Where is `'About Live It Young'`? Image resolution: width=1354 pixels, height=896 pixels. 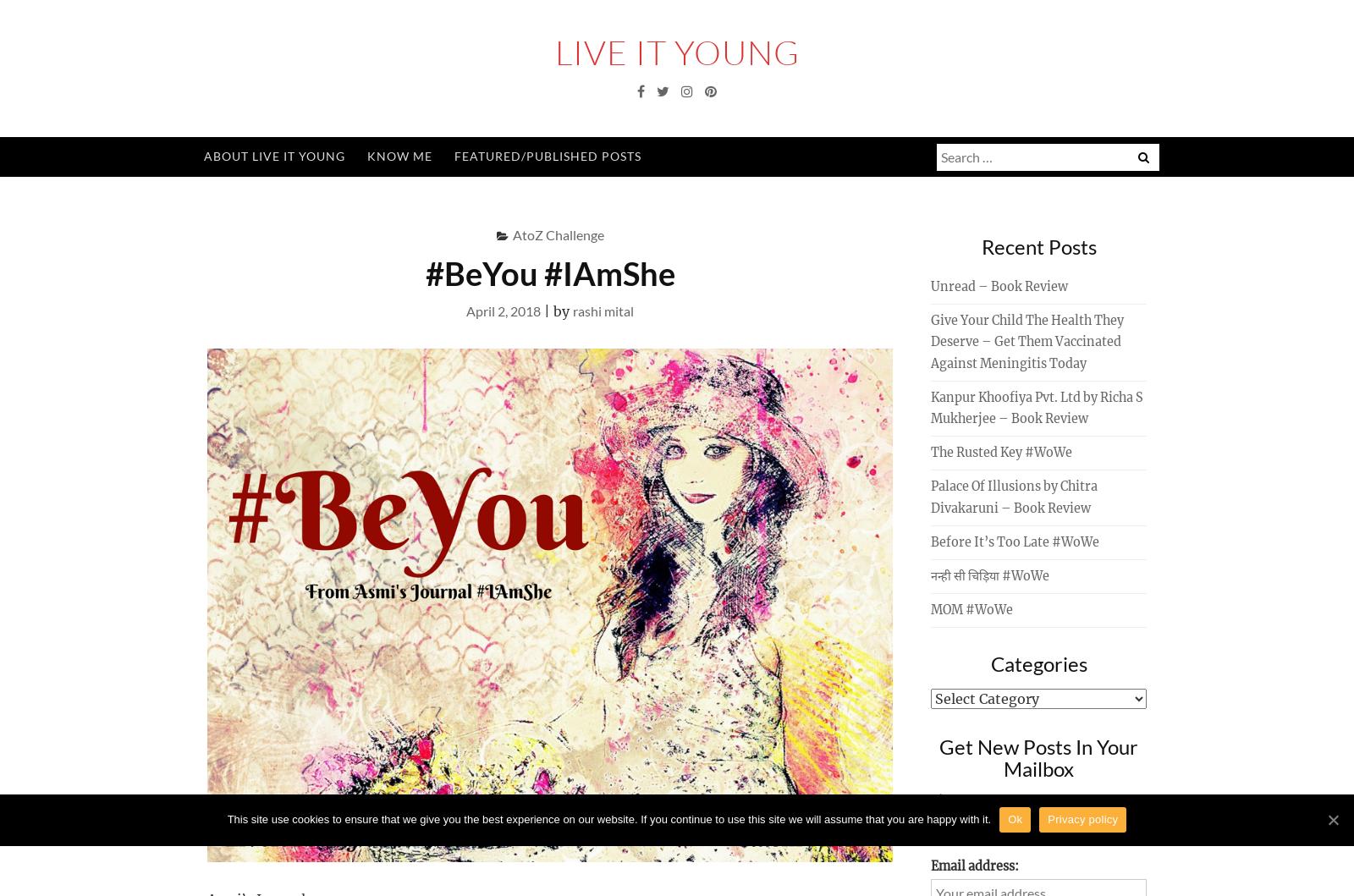
'About Live It Young' is located at coordinates (274, 155).